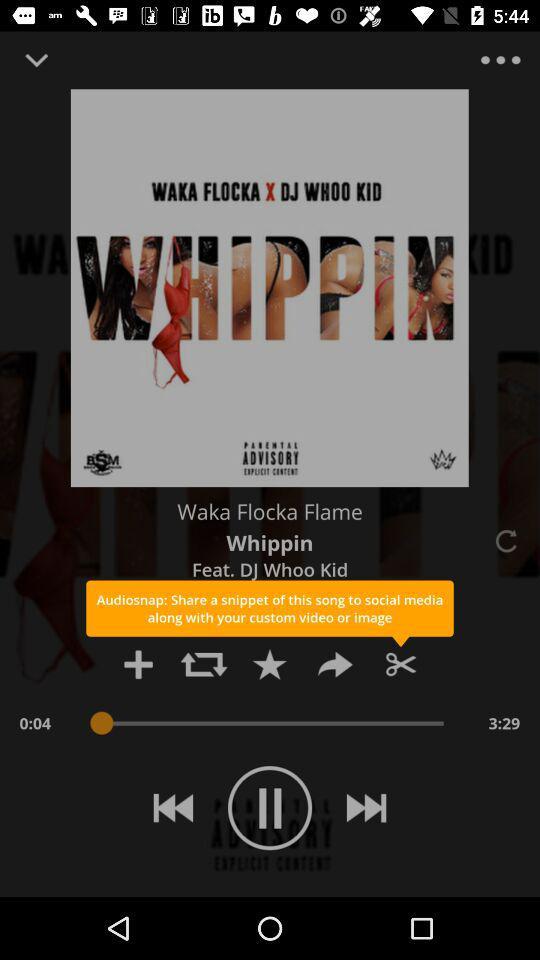  Describe the element at coordinates (36, 59) in the screenshot. I see `the expand_more icon` at that location.